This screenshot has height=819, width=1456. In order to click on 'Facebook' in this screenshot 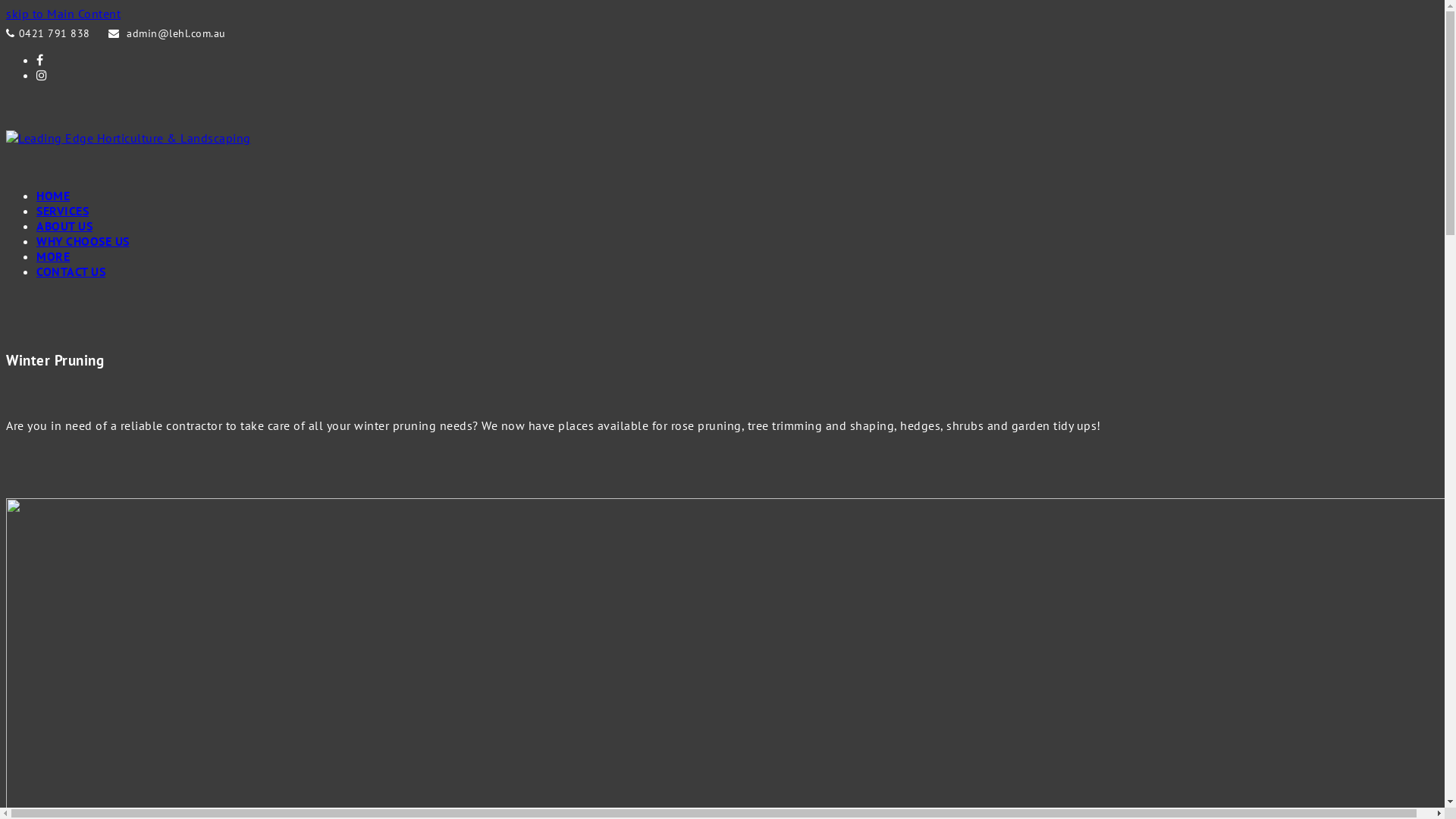, I will do `click(39, 58)`.